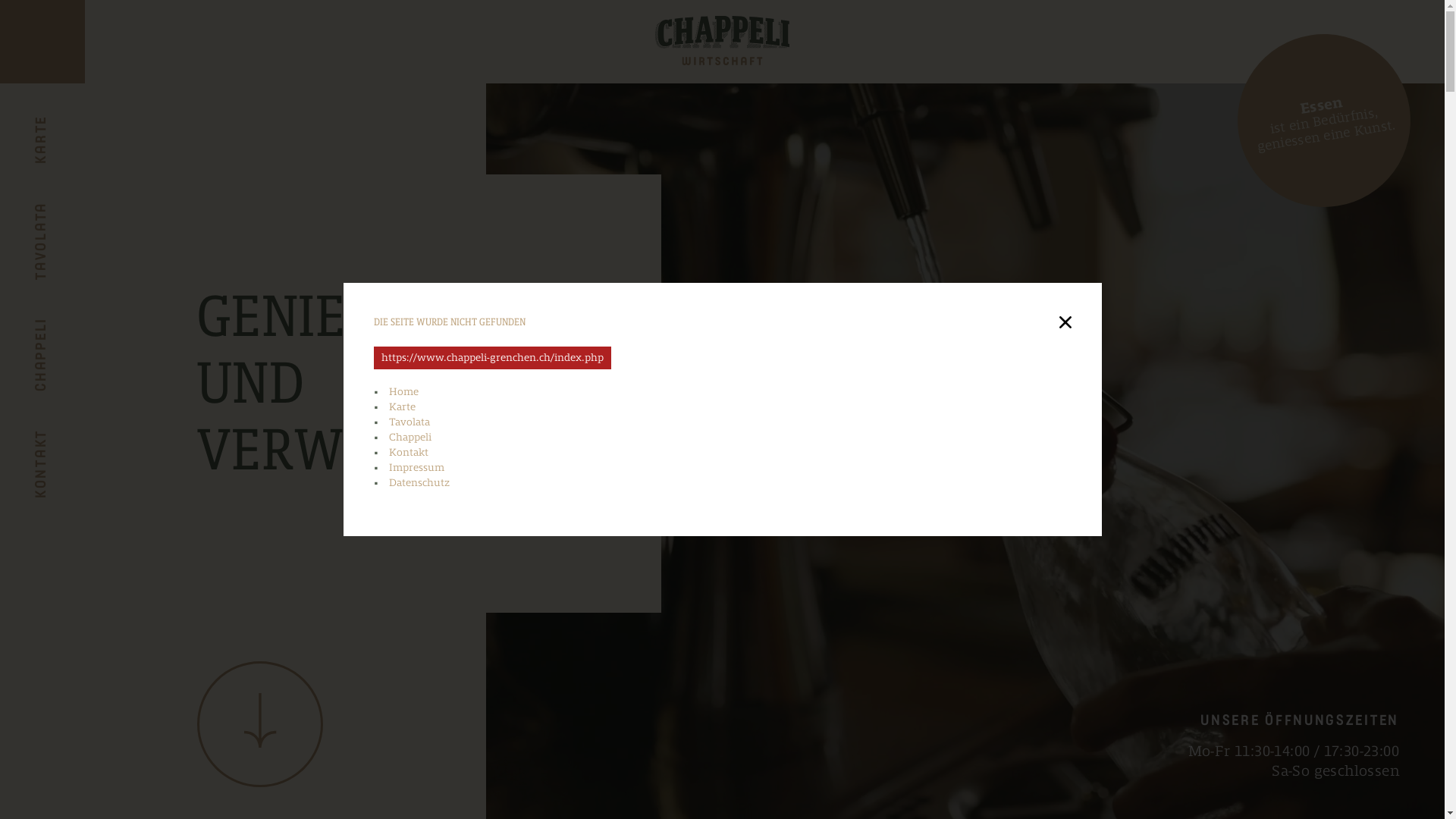  Describe the element at coordinates (64, 441) in the screenshot. I see `'KONTAKT'` at that location.